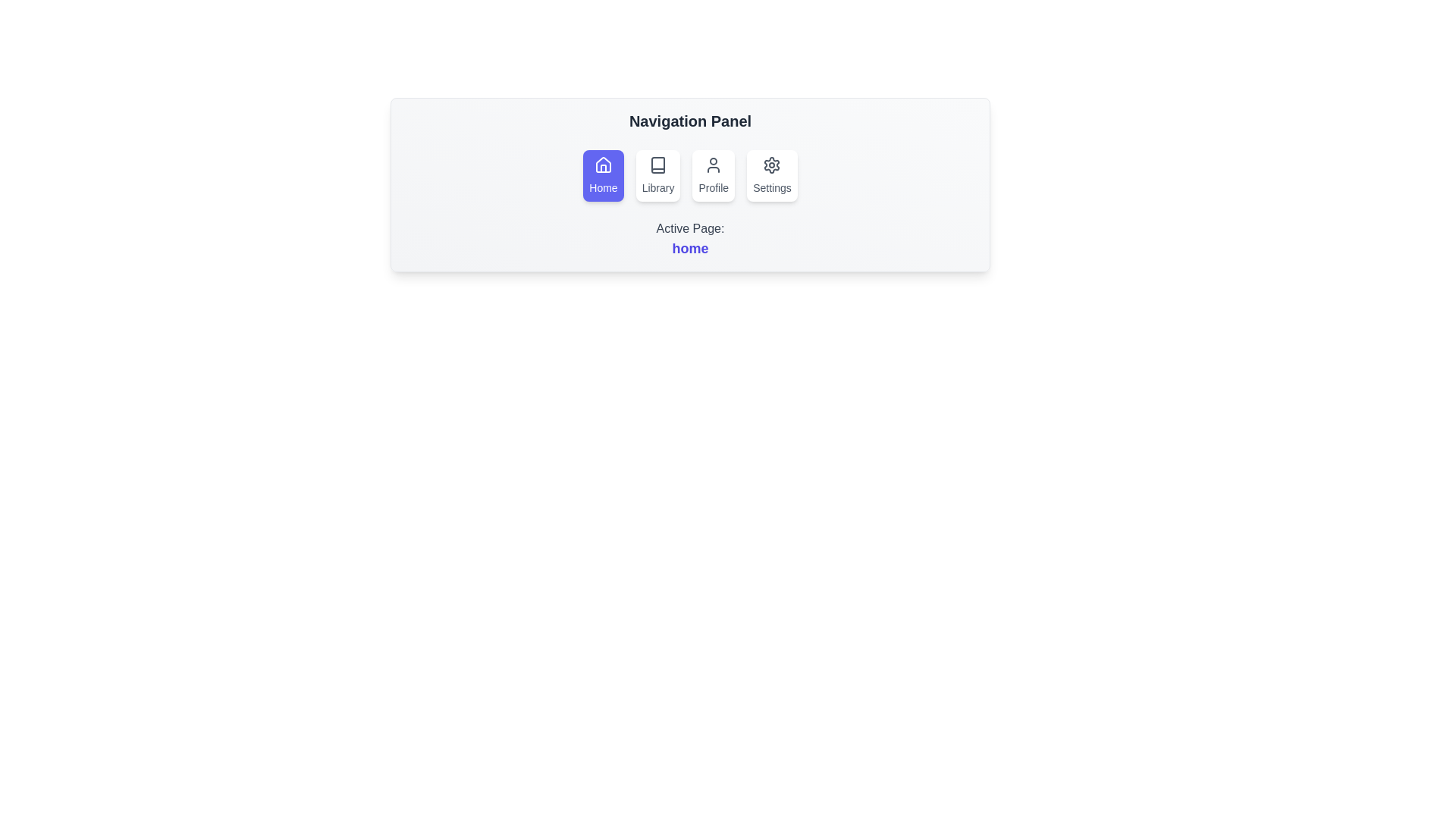  I want to click on the second button in the horizontally aligned menu that redirects to the 'Library' page, so click(658, 174).